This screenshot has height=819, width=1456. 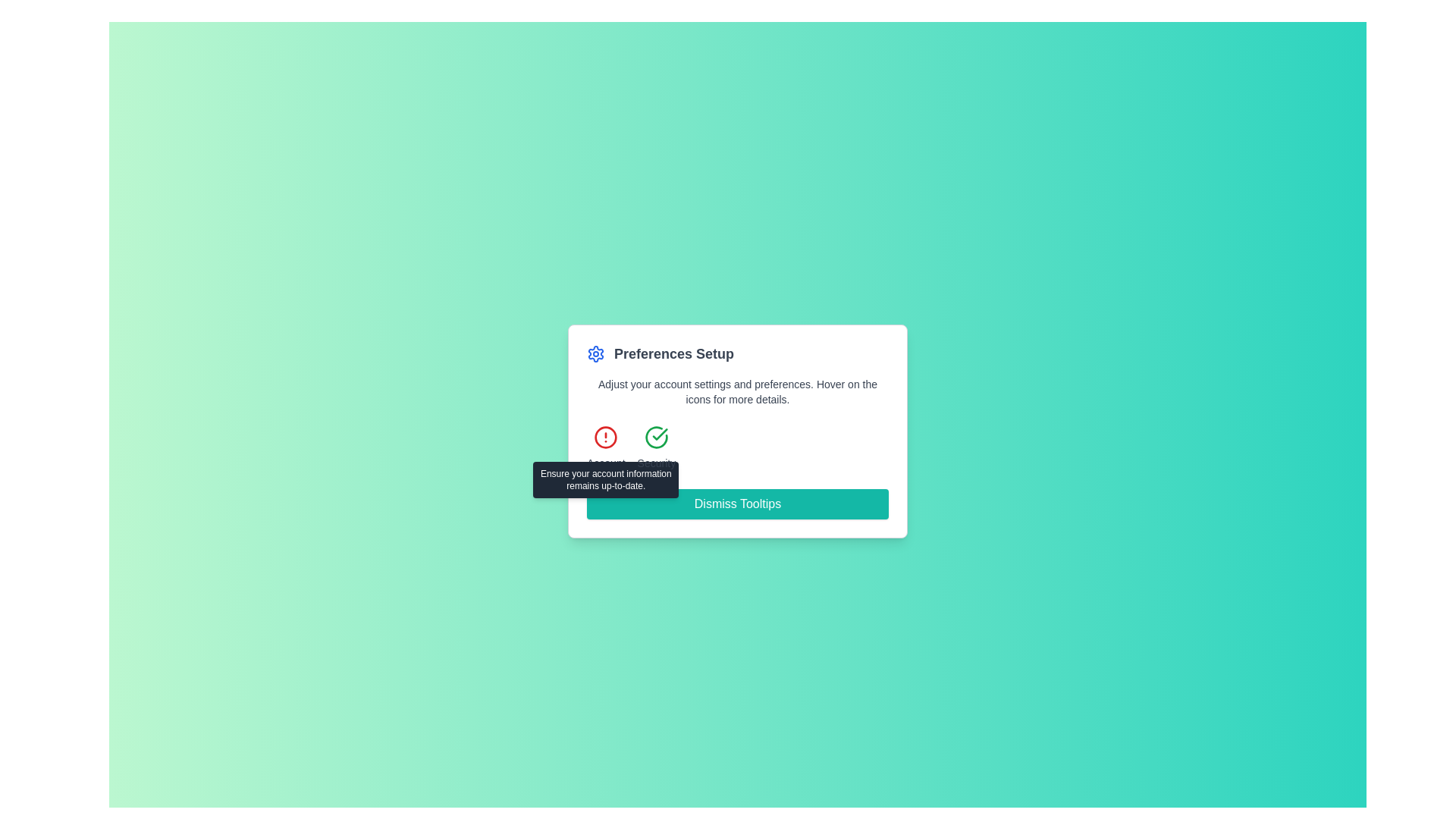 I want to click on the tooltip with the dark-gray background displaying the text 'Ensure your account information remains up-to-date.', so click(x=605, y=479).